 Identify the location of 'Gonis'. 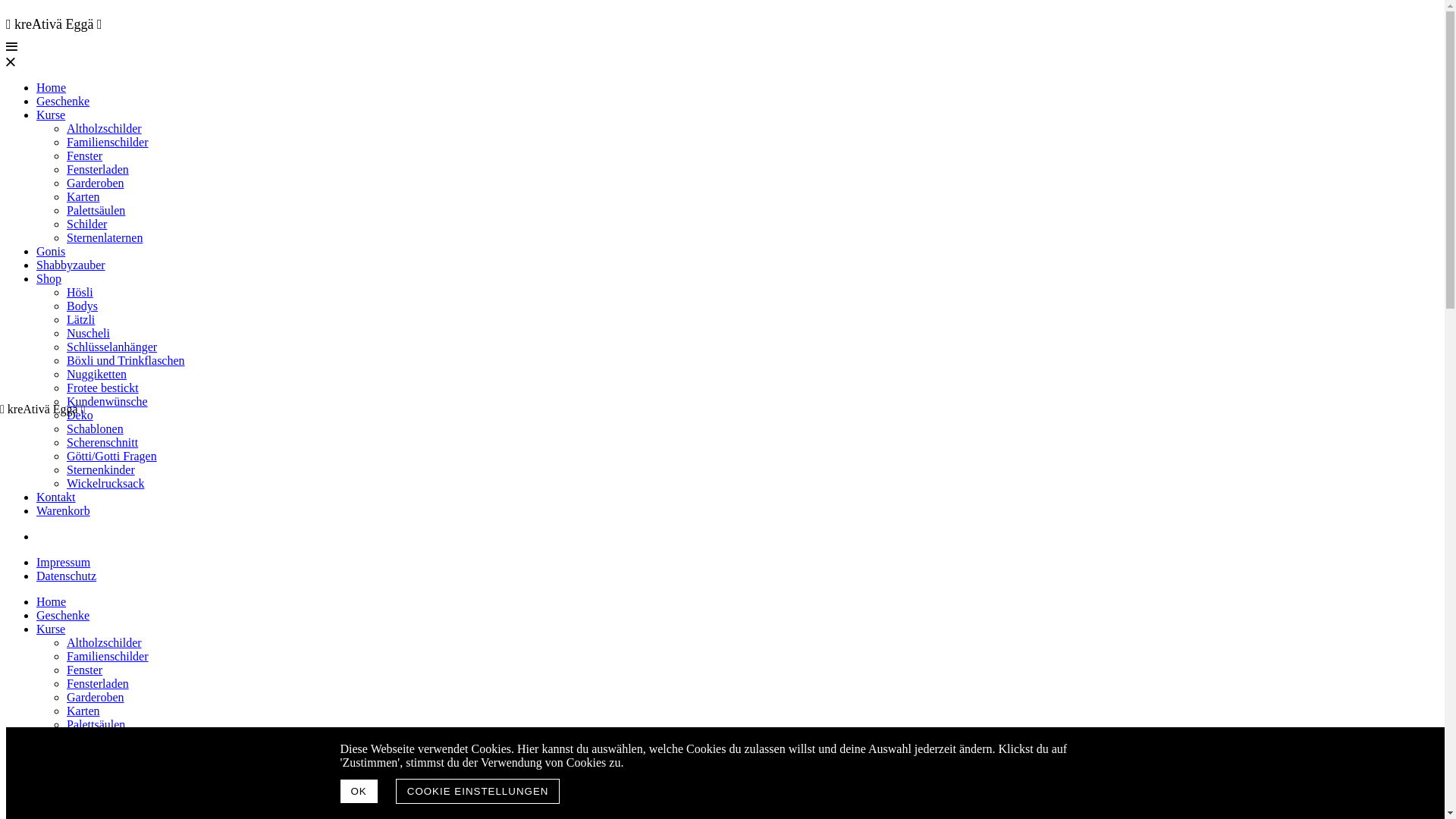
(51, 250).